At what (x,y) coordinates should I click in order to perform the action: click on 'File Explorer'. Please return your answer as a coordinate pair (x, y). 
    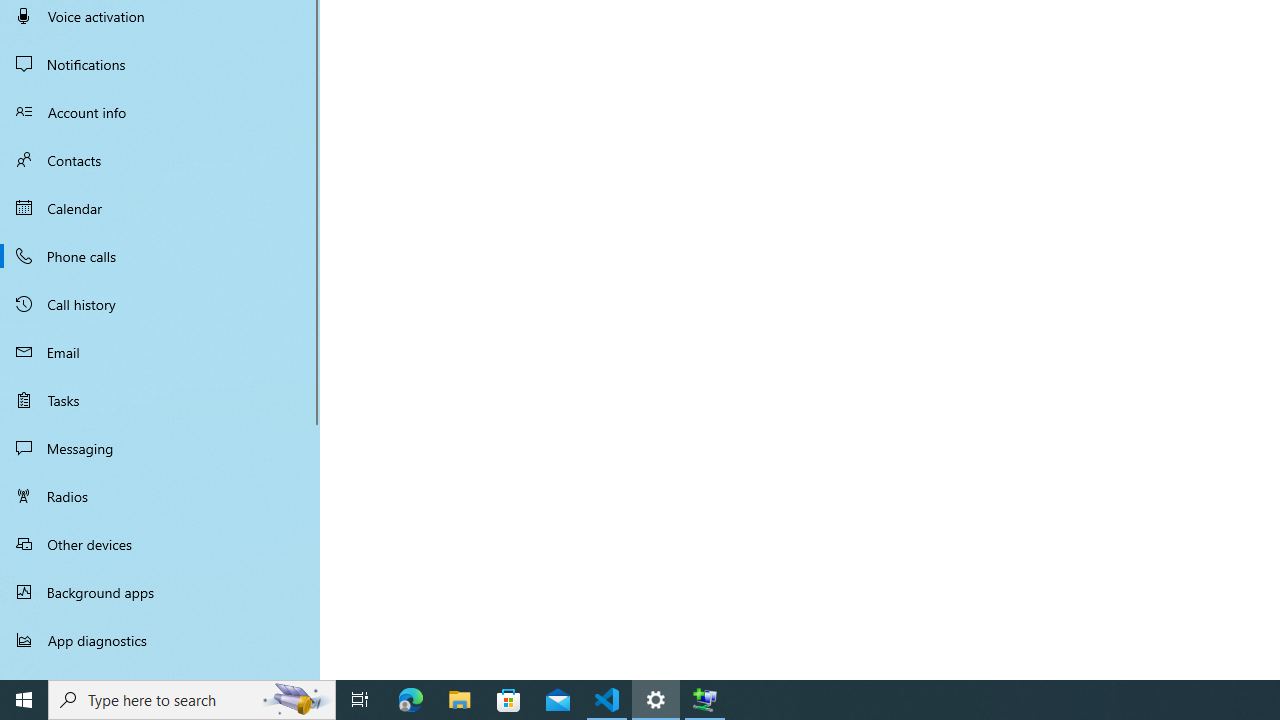
    Looking at the image, I should click on (459, 698).